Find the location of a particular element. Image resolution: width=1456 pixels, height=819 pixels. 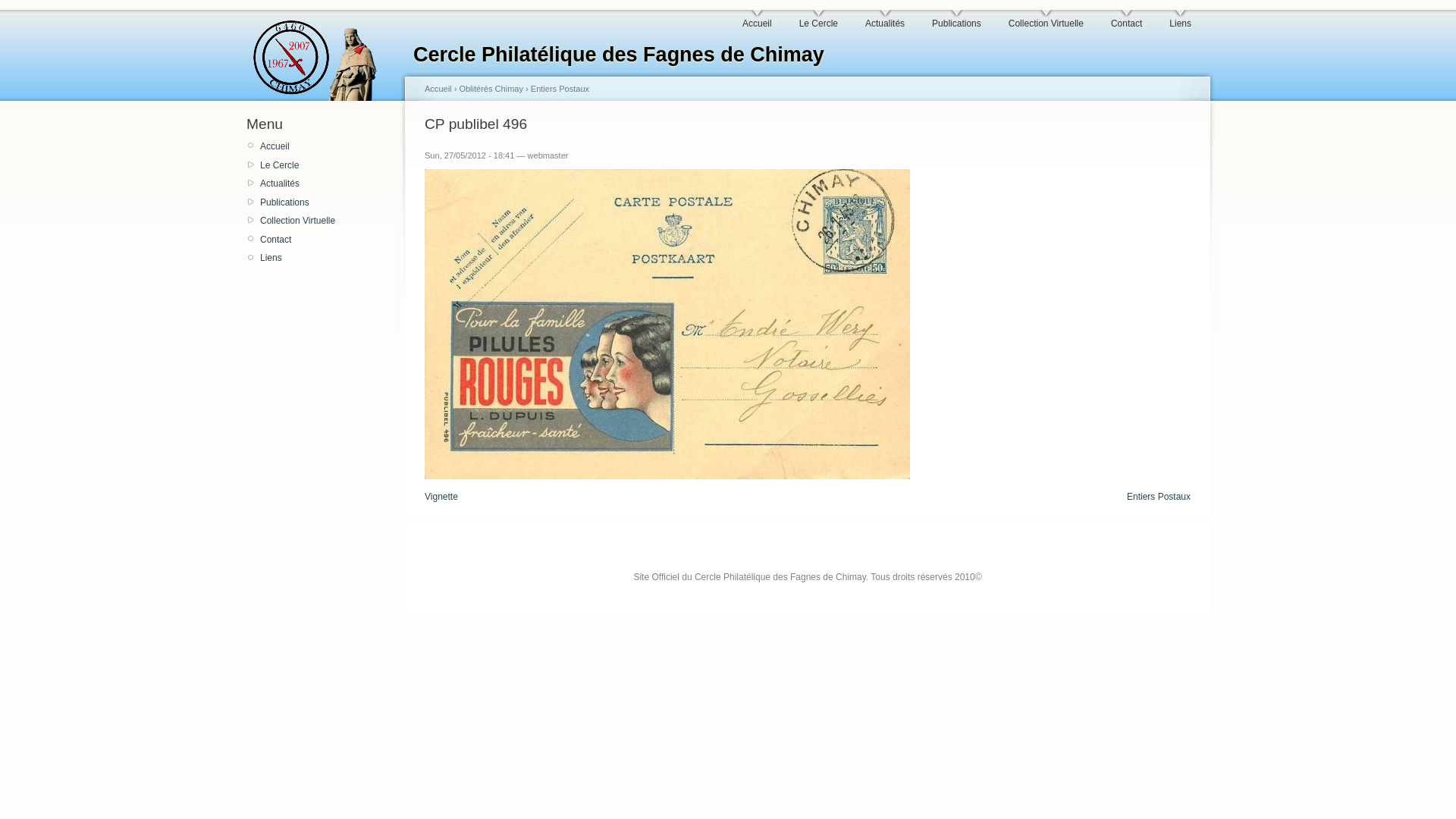

'Collection Virtuelle' is located at coordinates (1045, 20).